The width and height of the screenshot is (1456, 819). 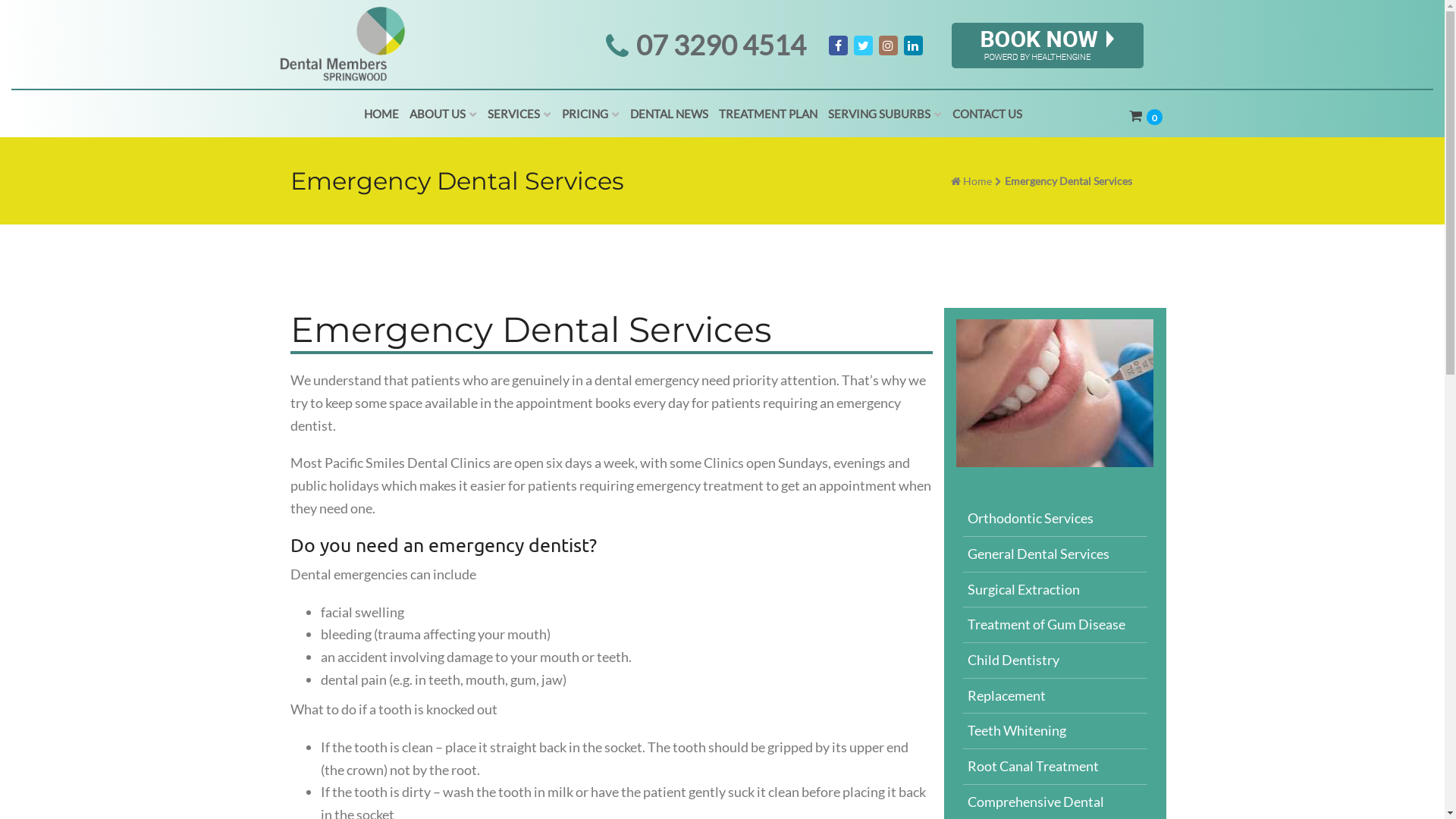 I want to click on 'Surgical Extraction', so click(x=1054, y=589).